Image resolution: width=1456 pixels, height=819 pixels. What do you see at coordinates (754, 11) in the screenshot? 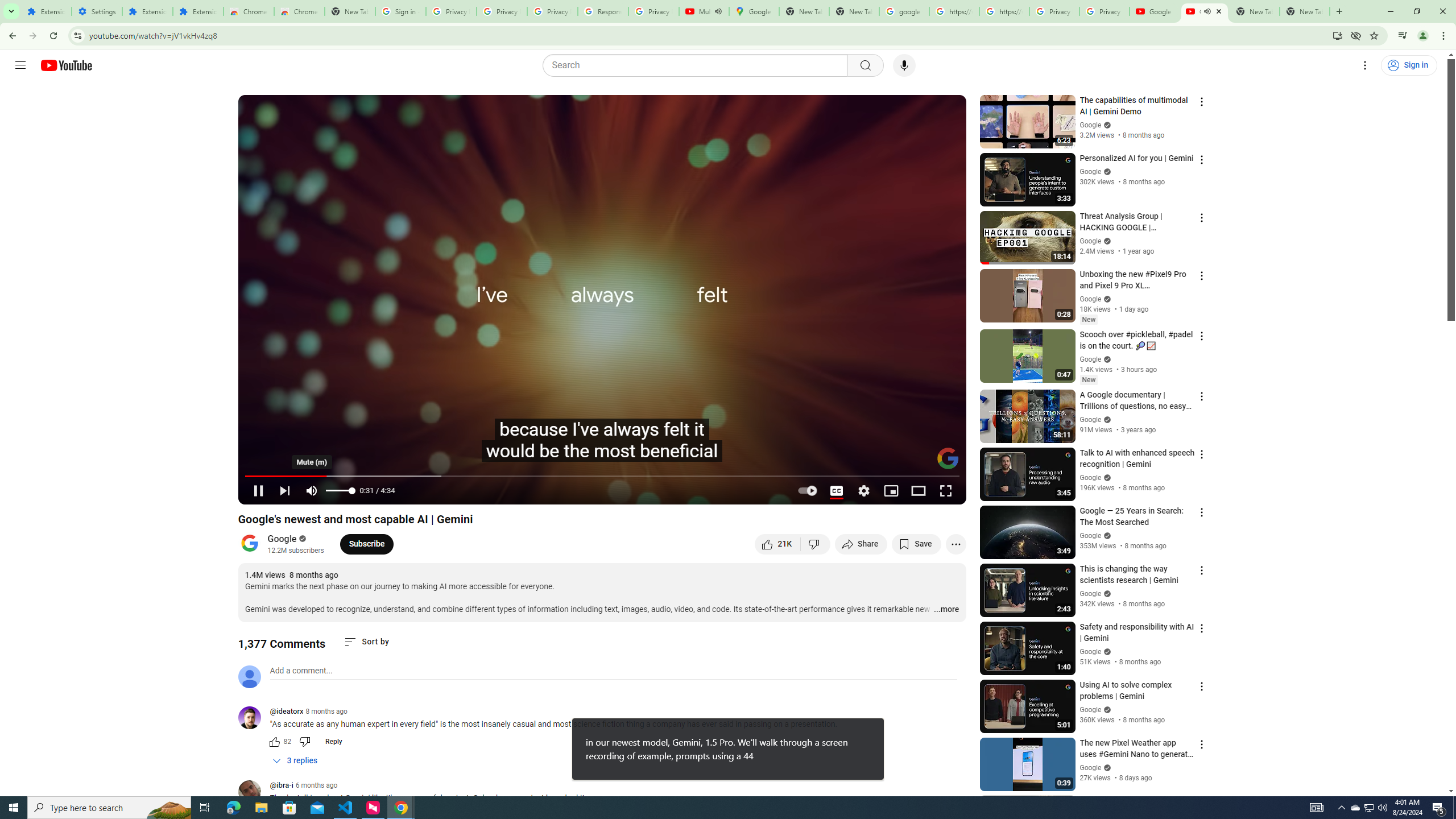
I see `'Google Maps'` at bounding box center [754, 11].